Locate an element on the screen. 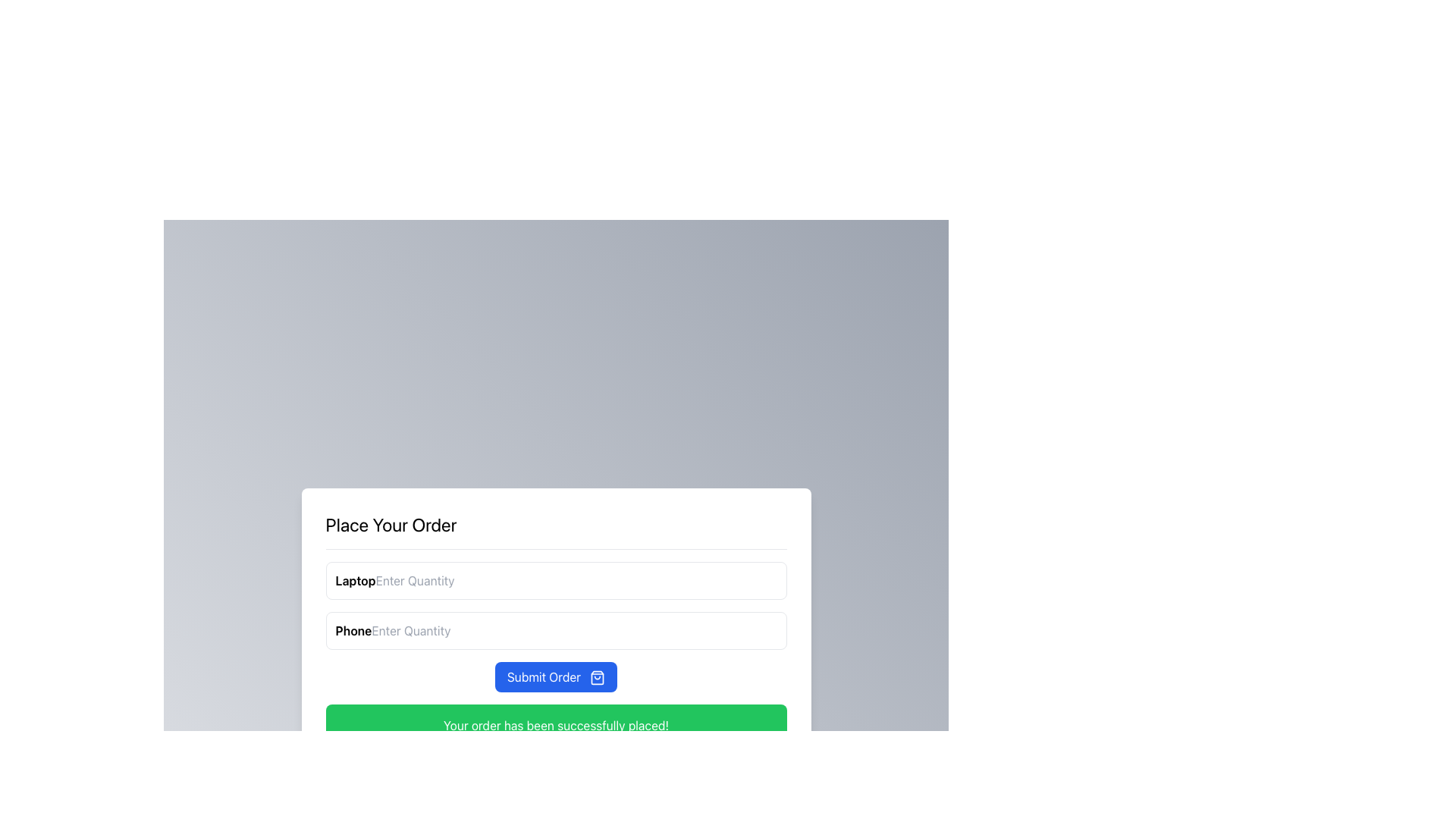 The width and height of the screenshot is (1456, 819). notification message from the rectangular notification banner with a bright green background and white text saying 'Your order has been successfully placed!', positioned below the 'Submit Order' button is located at coordinates (555, 724).